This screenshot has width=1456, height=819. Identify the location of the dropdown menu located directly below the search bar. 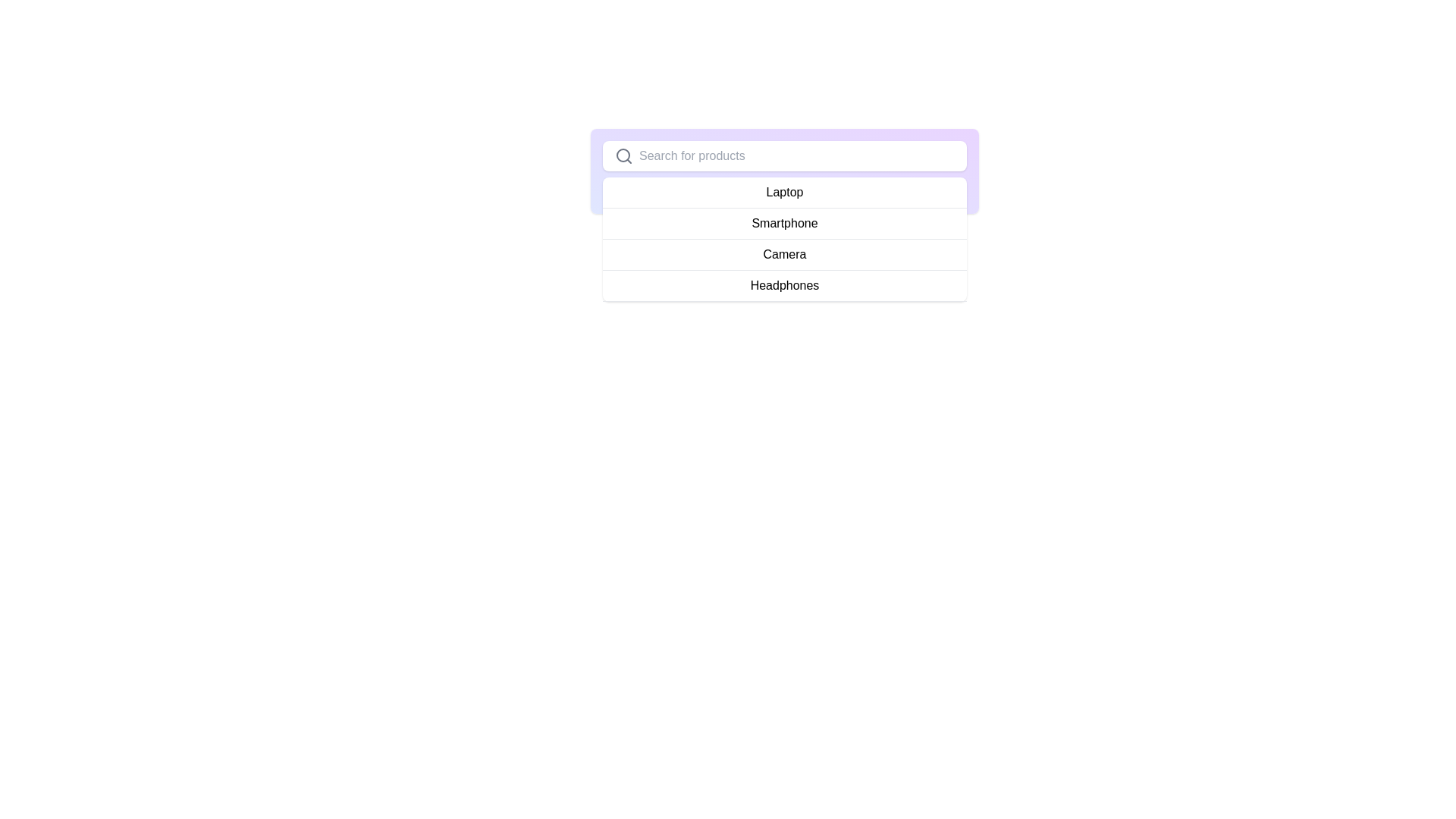
(785, 239).